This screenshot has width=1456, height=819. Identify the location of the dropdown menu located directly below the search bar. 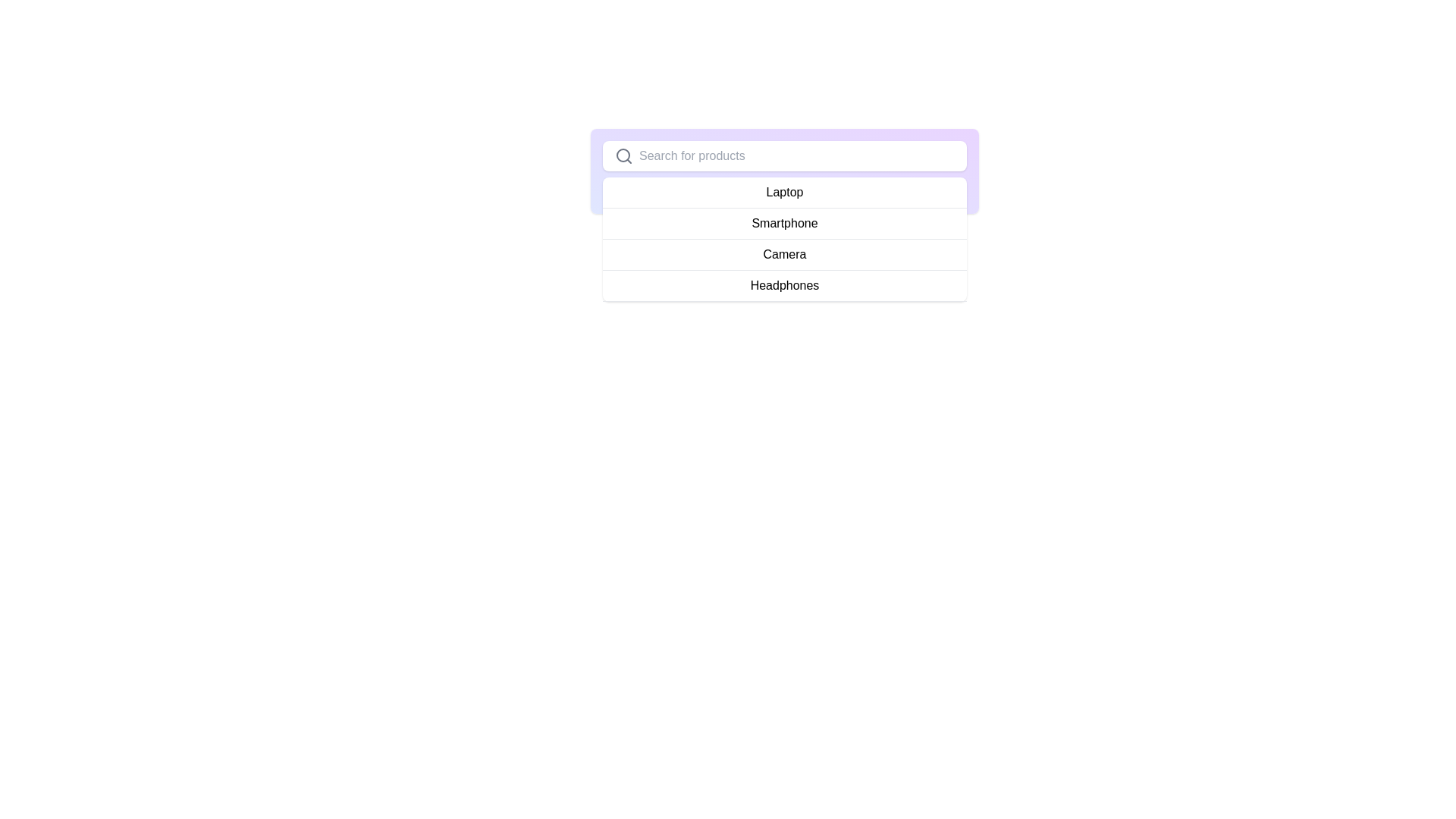
(785, 239).